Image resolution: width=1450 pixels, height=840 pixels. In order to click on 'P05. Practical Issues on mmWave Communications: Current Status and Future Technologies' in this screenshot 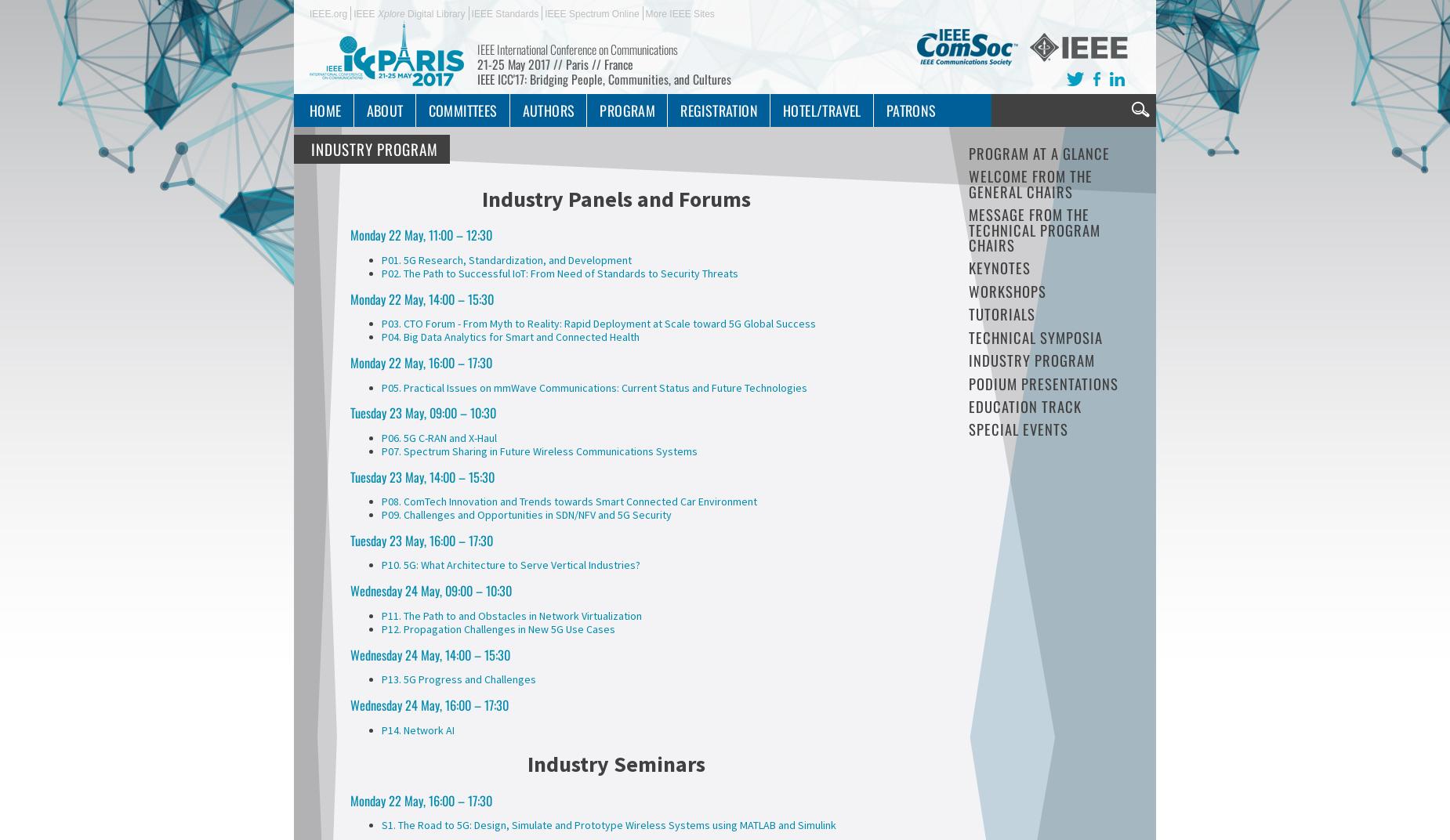, I will do `click(594, 386)`.